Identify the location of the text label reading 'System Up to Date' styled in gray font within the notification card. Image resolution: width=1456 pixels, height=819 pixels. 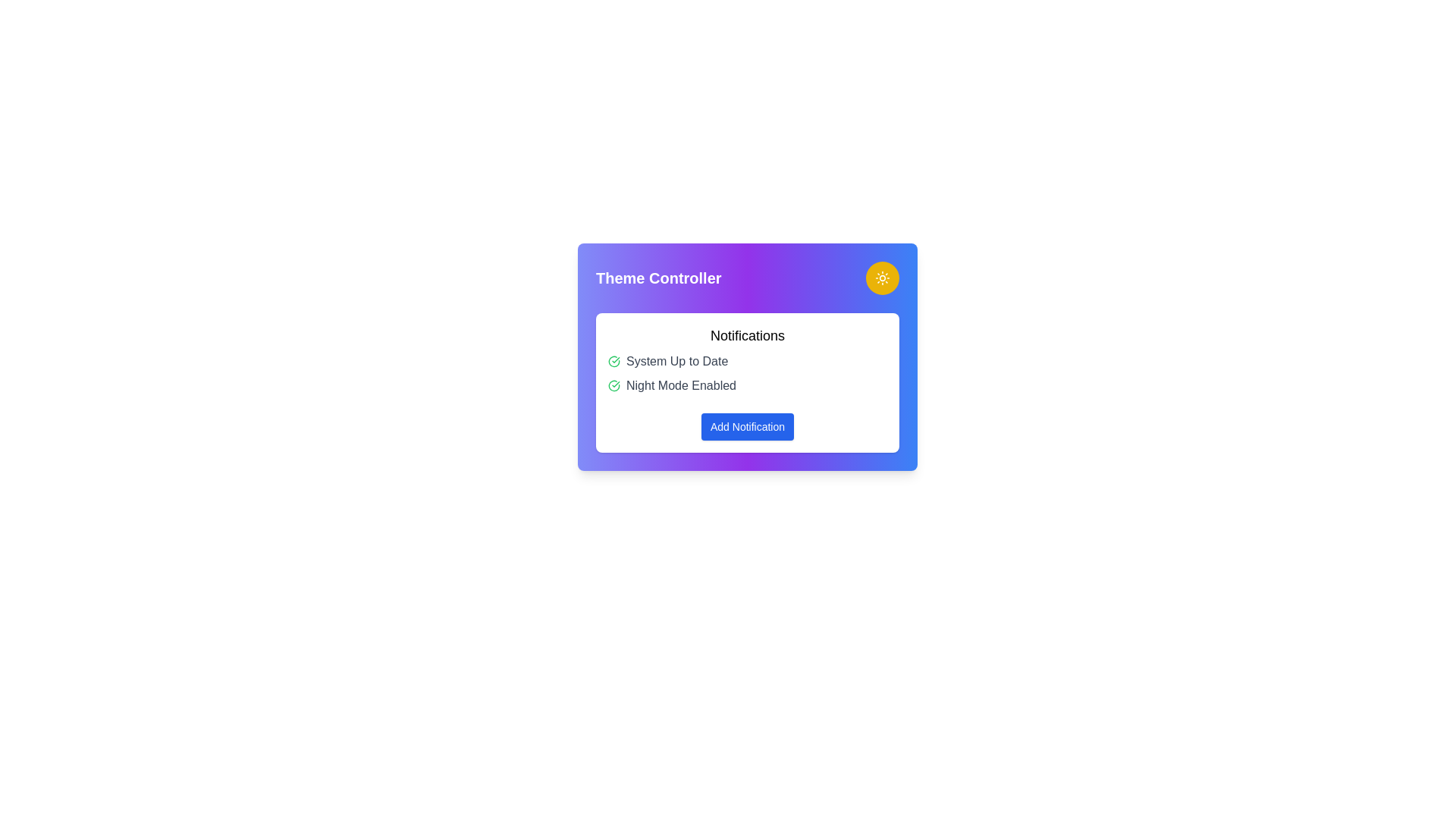
(676, 362).